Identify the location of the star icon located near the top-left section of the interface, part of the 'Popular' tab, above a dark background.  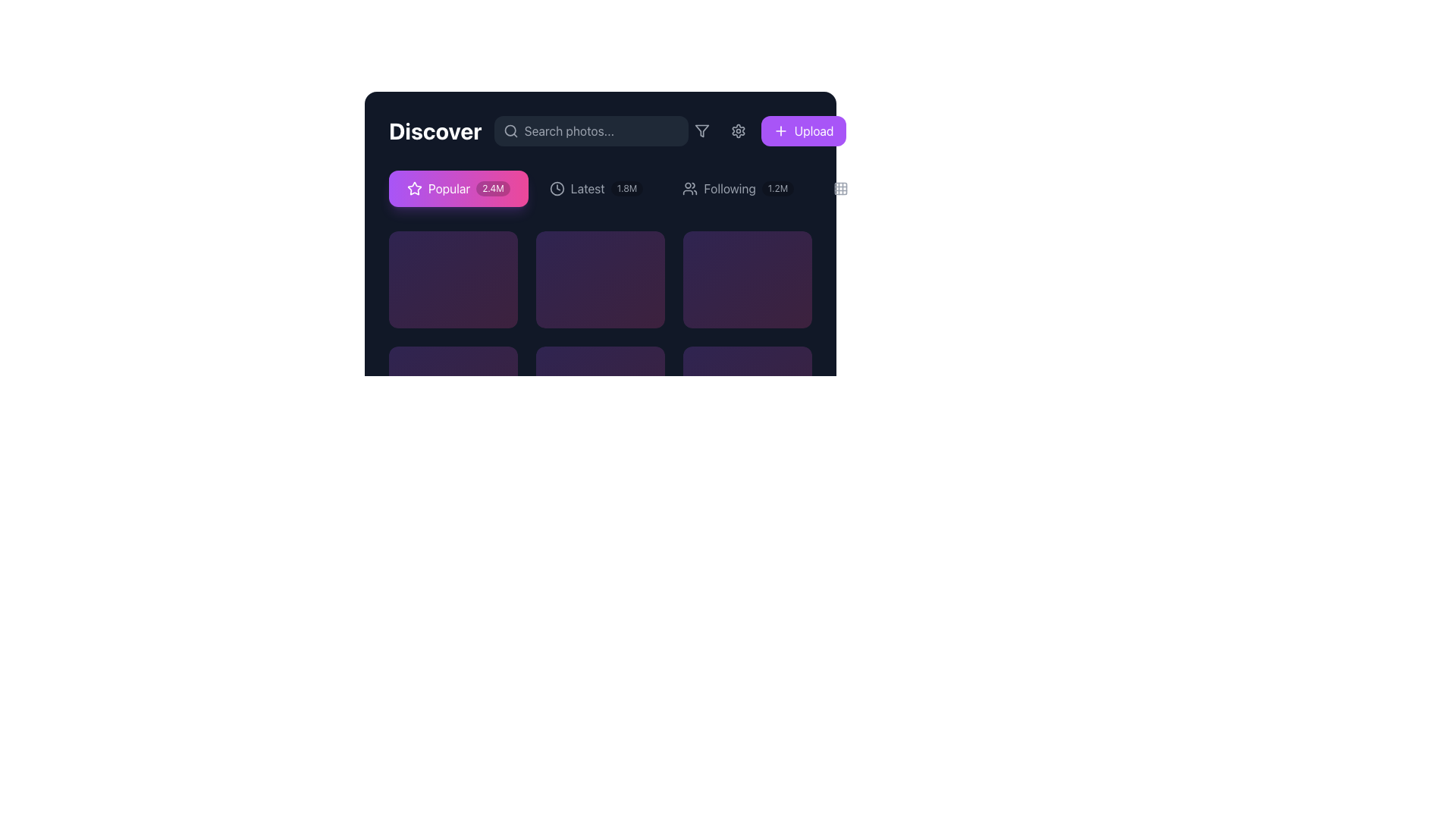
(415, 187).